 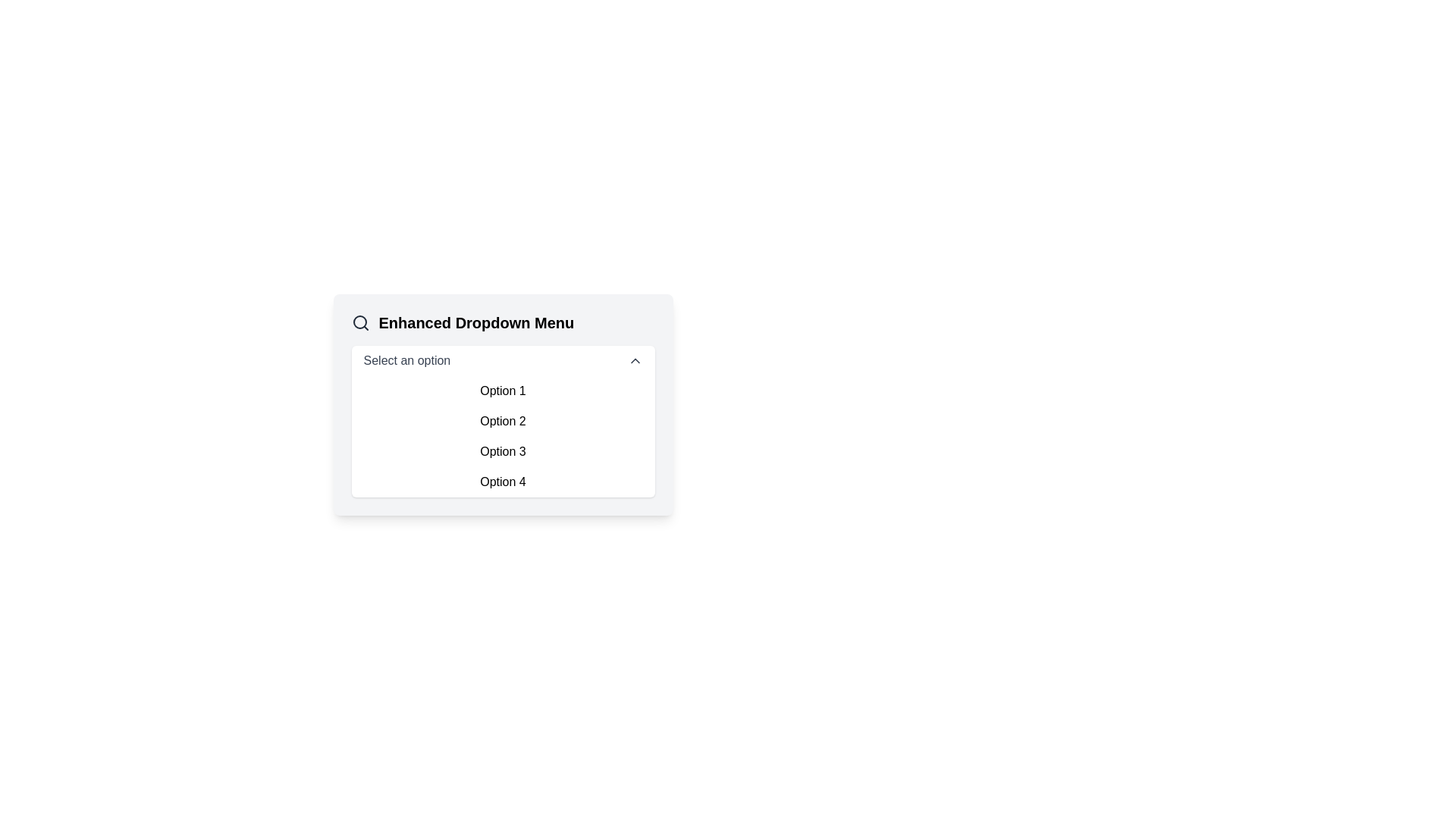 What do you see at coordinates (503, 451) in the screenshot?
I see `the selectable option 'Option 3' in the 'Enhanced Dropdown Menu'` at bounding box center [503, 451].